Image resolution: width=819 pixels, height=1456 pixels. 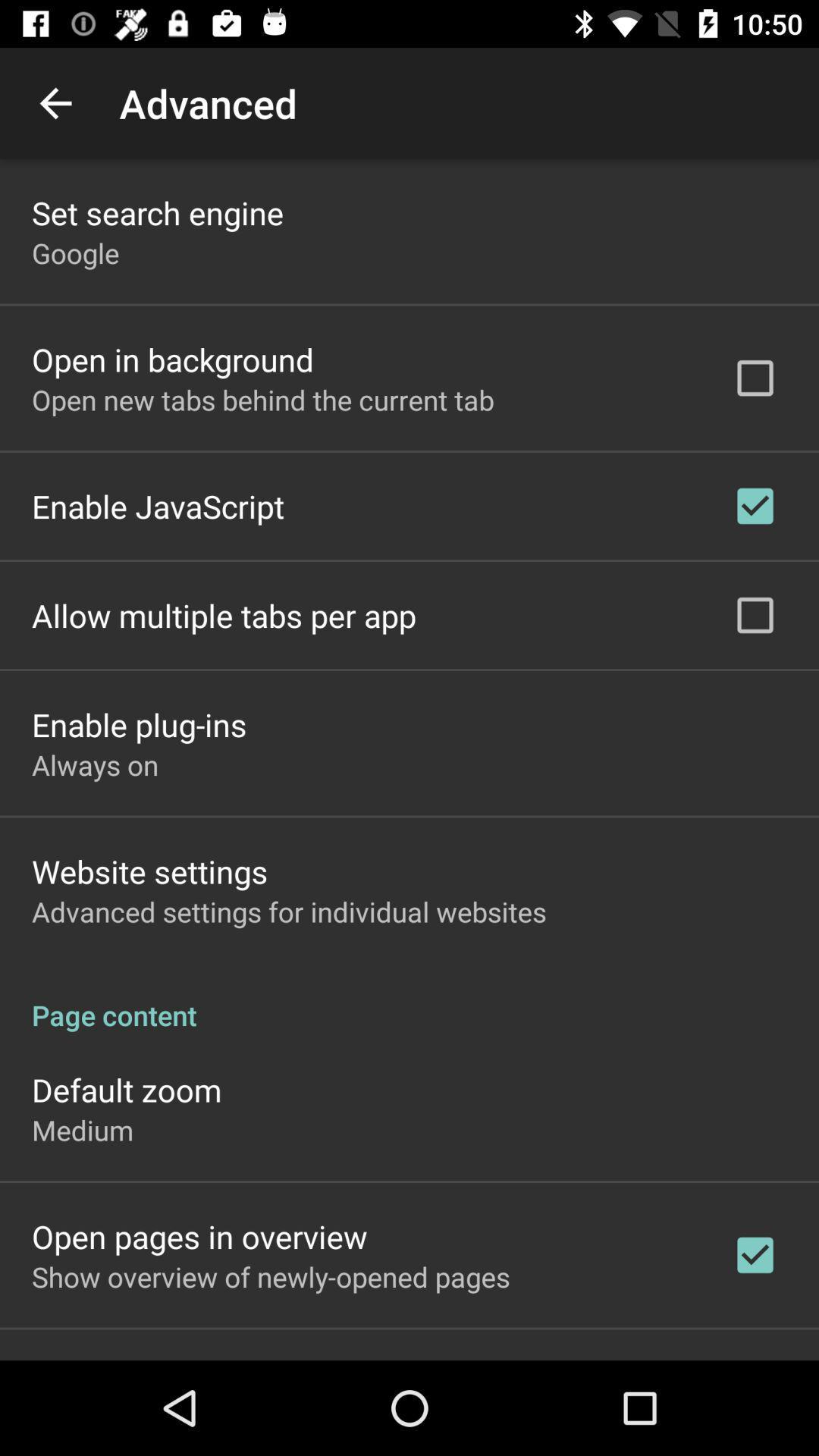 I want to click on always on, so click(x=95, y=764).